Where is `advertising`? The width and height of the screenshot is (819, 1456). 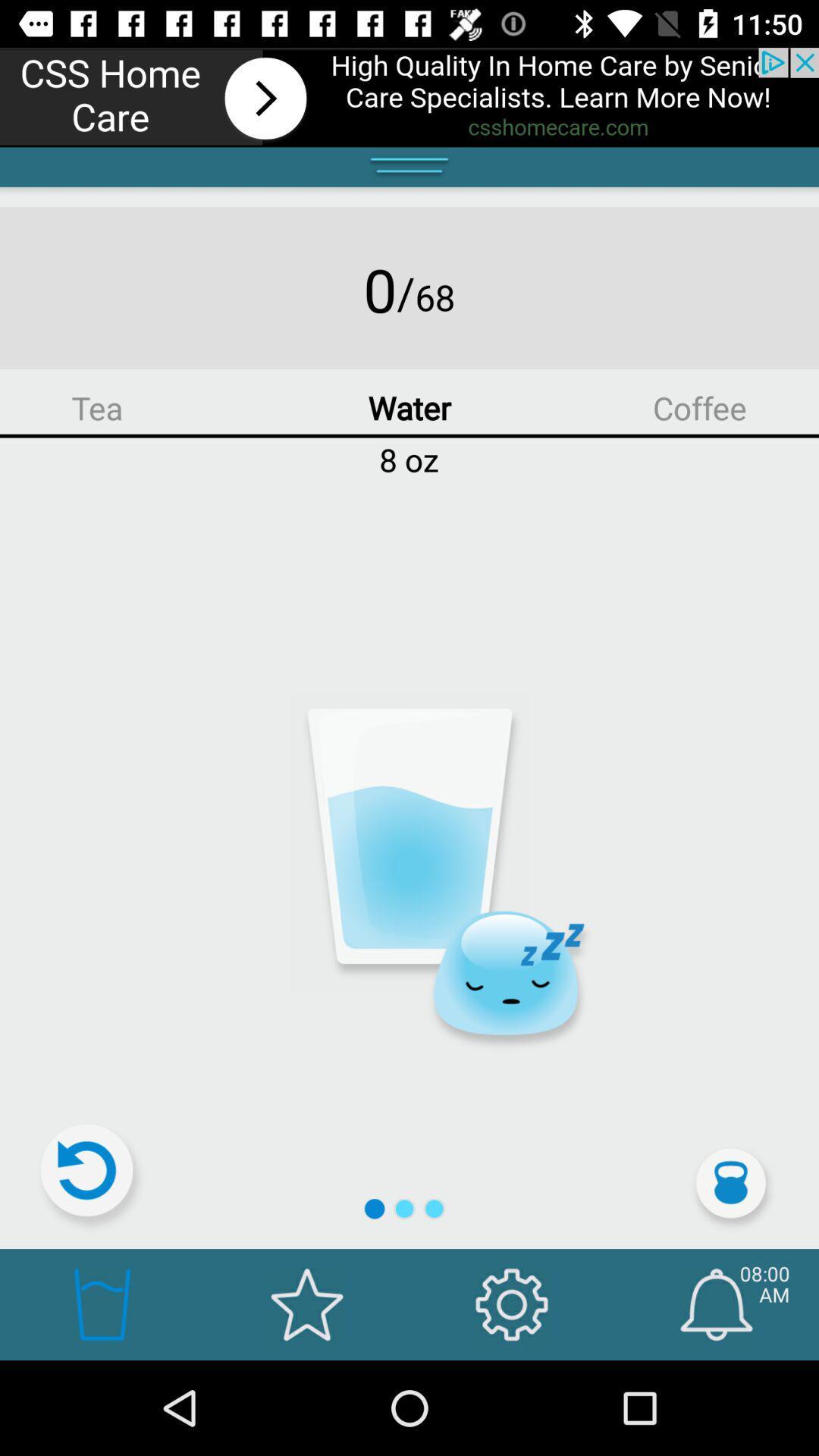
advertising is located at coordinates (409, 96).